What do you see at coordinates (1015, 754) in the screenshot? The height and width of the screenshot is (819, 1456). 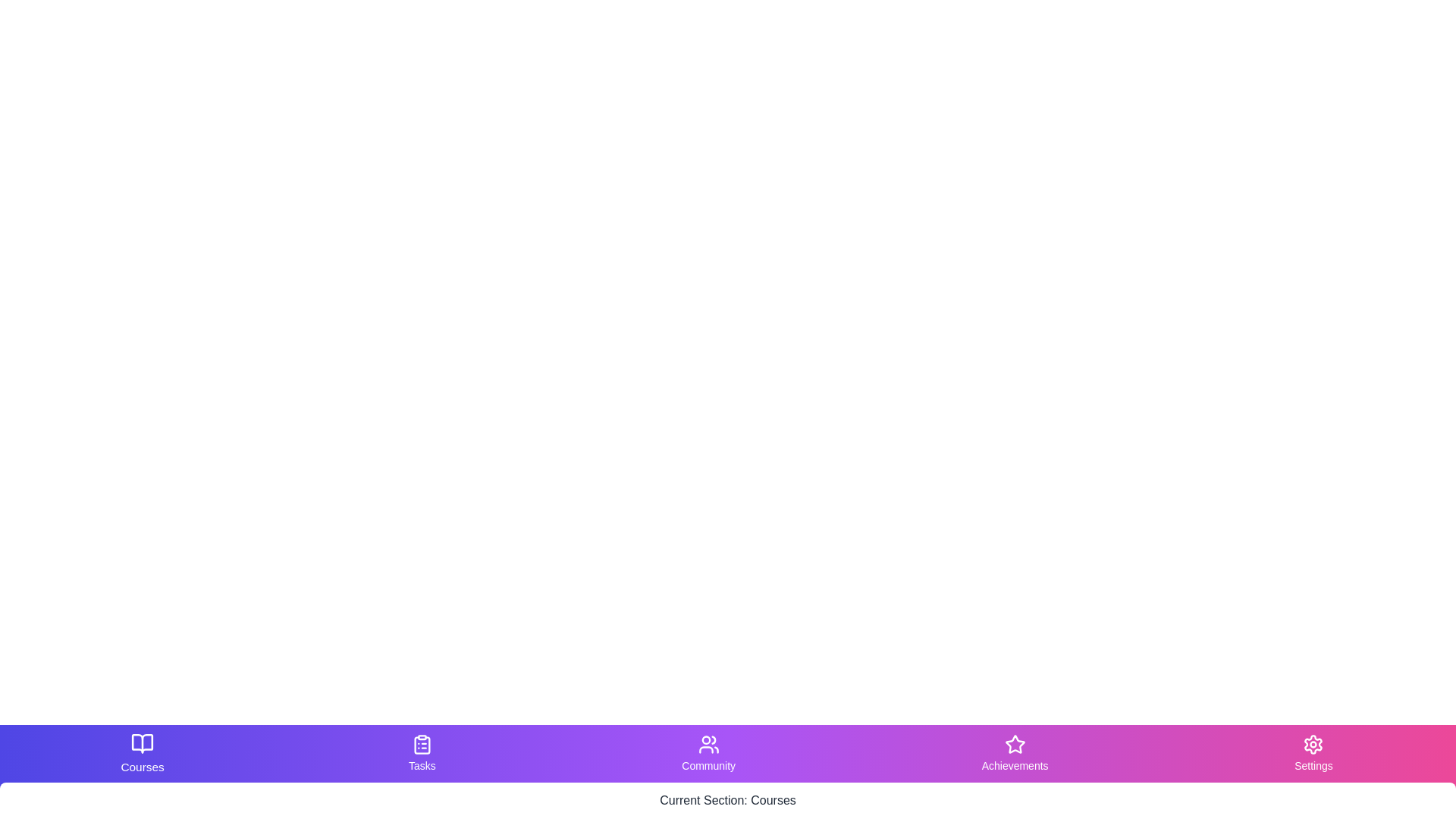 I see `the Achievements tab` at bounding box center [1015, 754].